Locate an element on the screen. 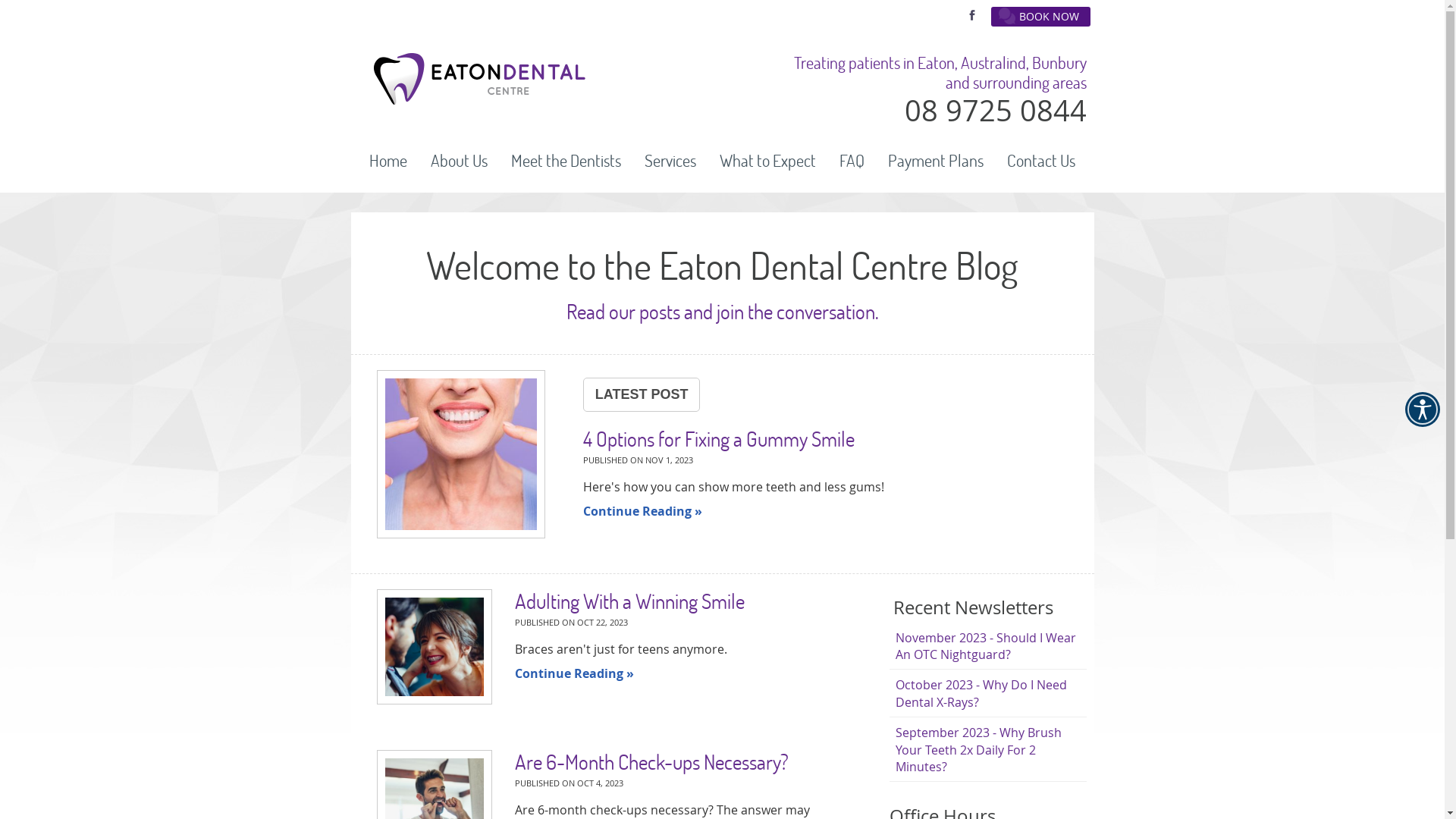 The height and width of the screenshot is (819, 1456). 'FAQ' is located at coordinates (852, 161).